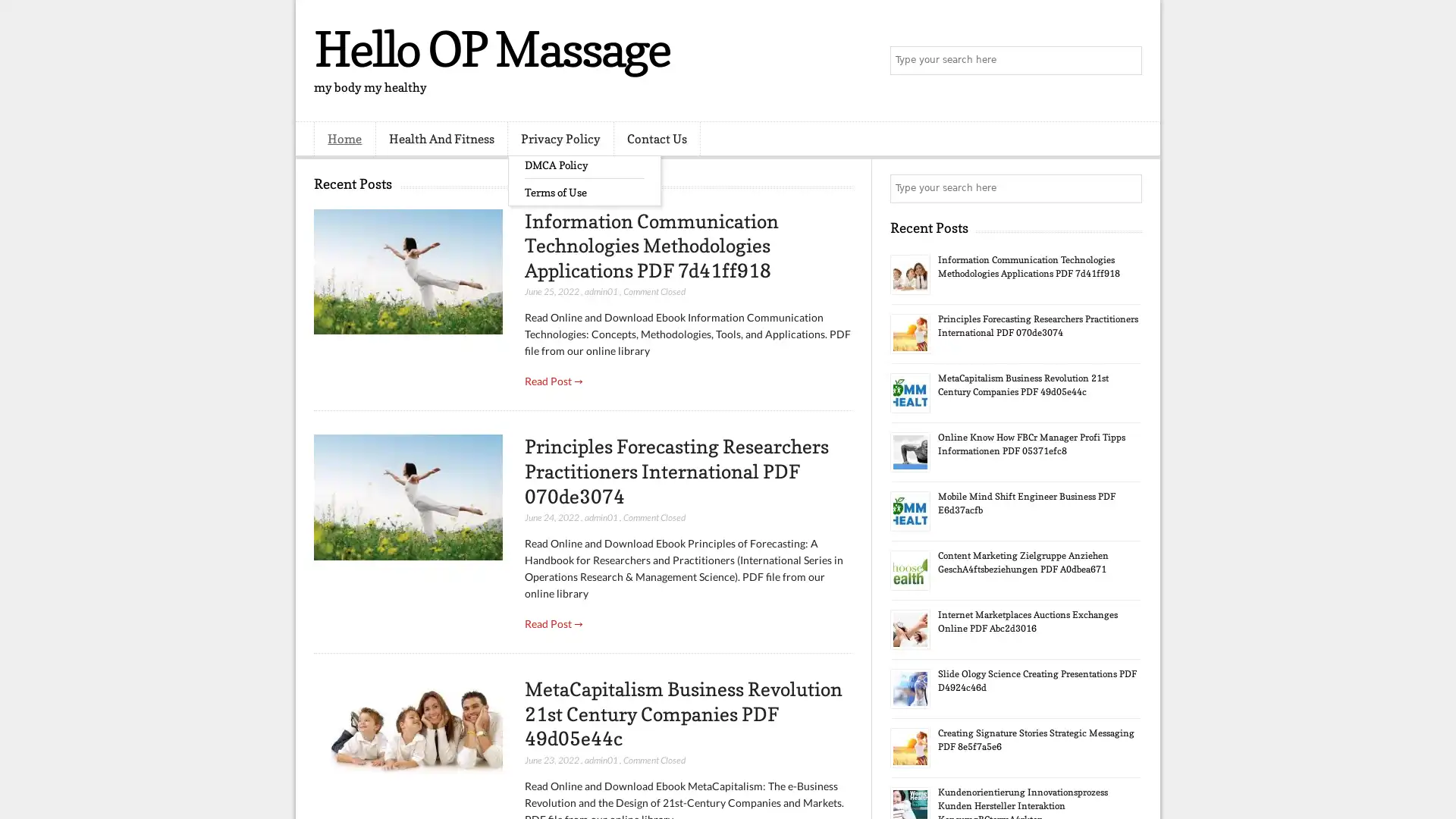 Image resolution: width=1456 pixels, height=819 pixels. What do you see at coordinates (1126, 188) in the screenshot?
I see `Search` at bounding box center [1126, 188].